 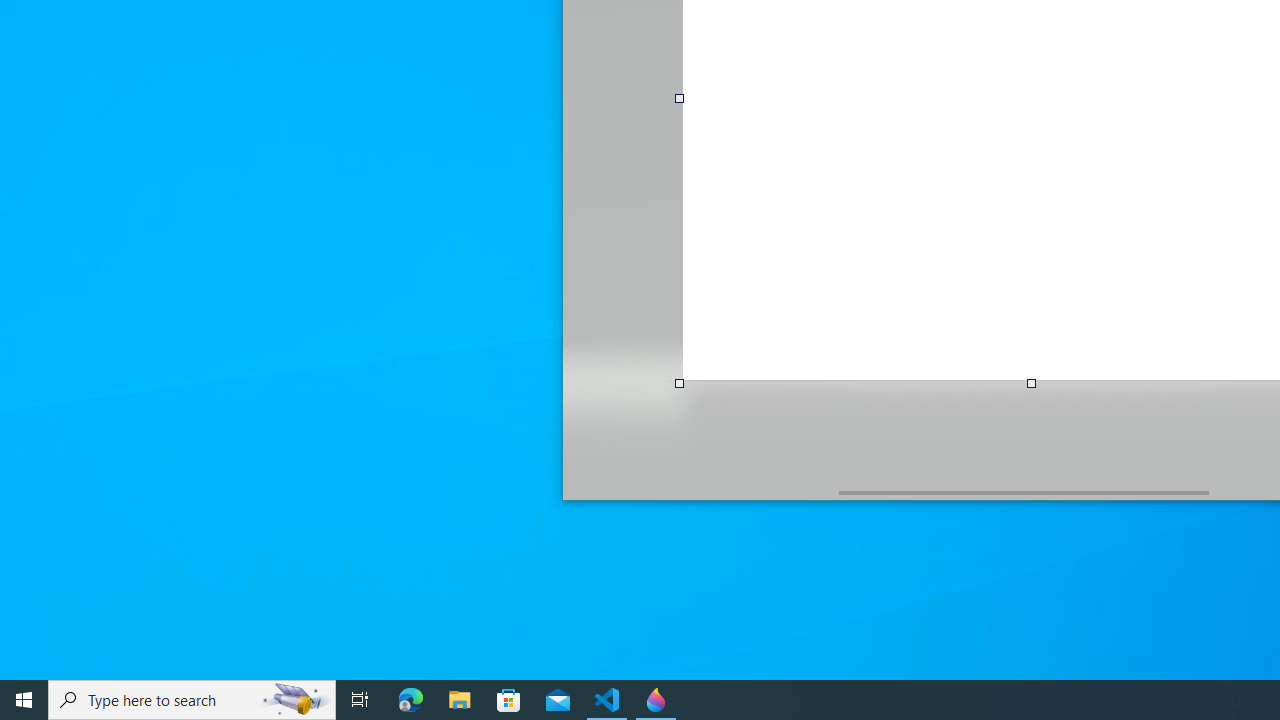 I want to click on 'Search highlights icon opens search home window', so click(x=294, y=698).